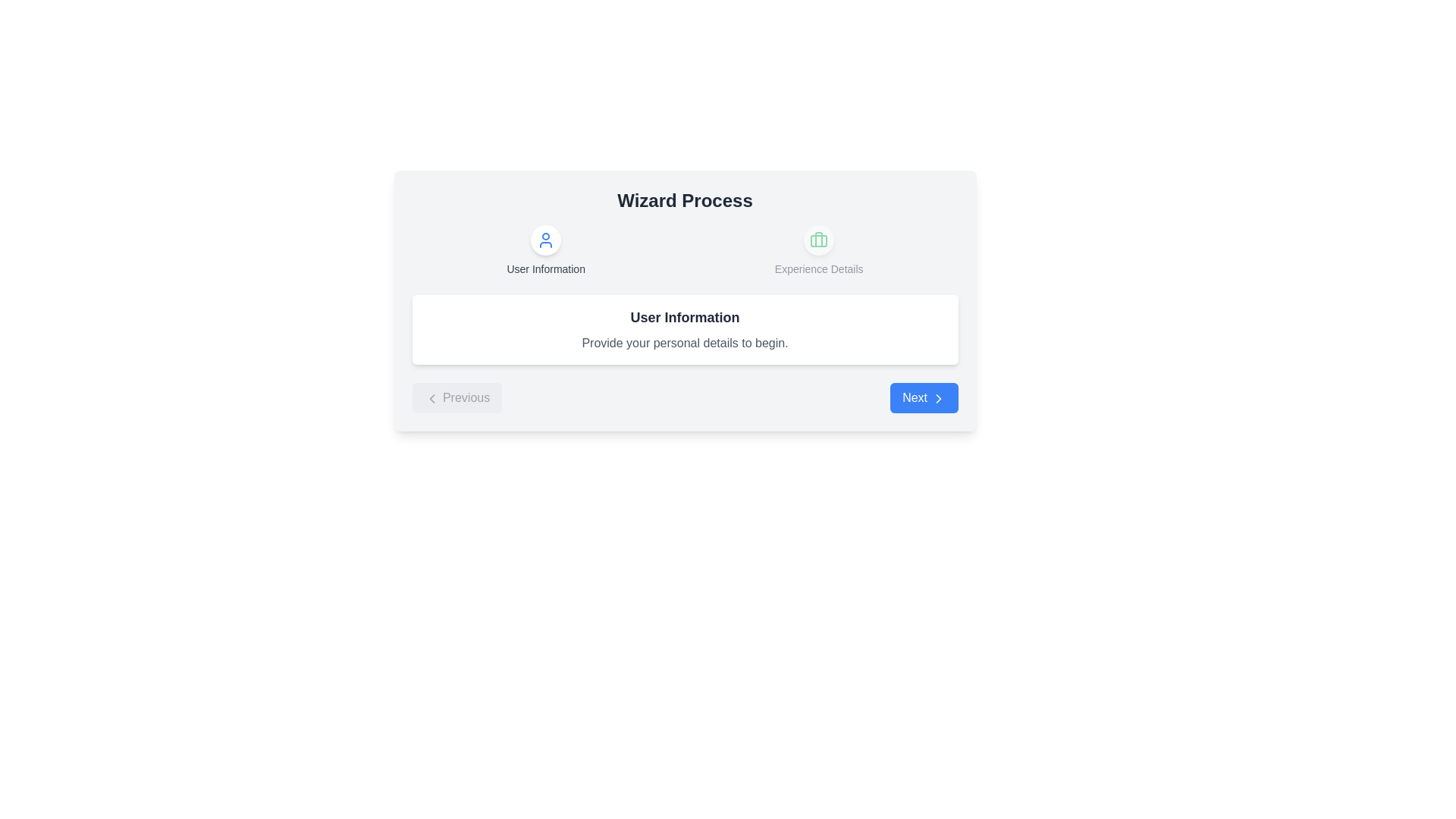 The height and width of the screenshot is (819, 1456). What do you see at coordinates (546, 239) in the screenshot?
I see `the circular icon with a white background and blue outline of a user's silhouette, located in the 'User Information' section of the 'Wizard Process' card` at bounding box center [546, 239].